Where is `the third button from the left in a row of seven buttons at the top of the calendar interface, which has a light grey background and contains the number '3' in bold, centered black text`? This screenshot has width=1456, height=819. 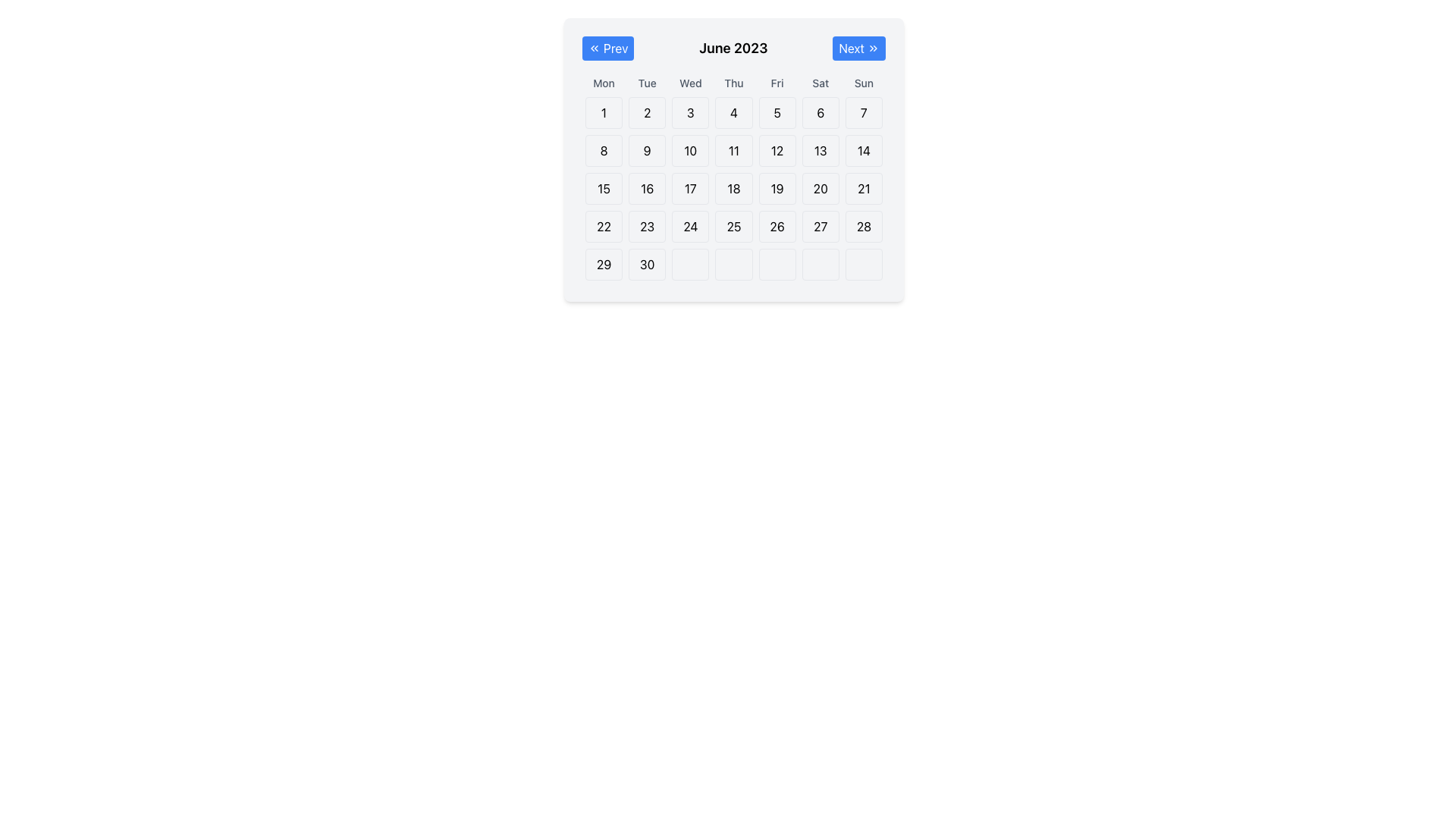 the third button from the left in a row of seven buttons at the top of the calendar interface, which has a light grey background and contains the number '3' in bold, centered black text is located at coordinates (689, 112).